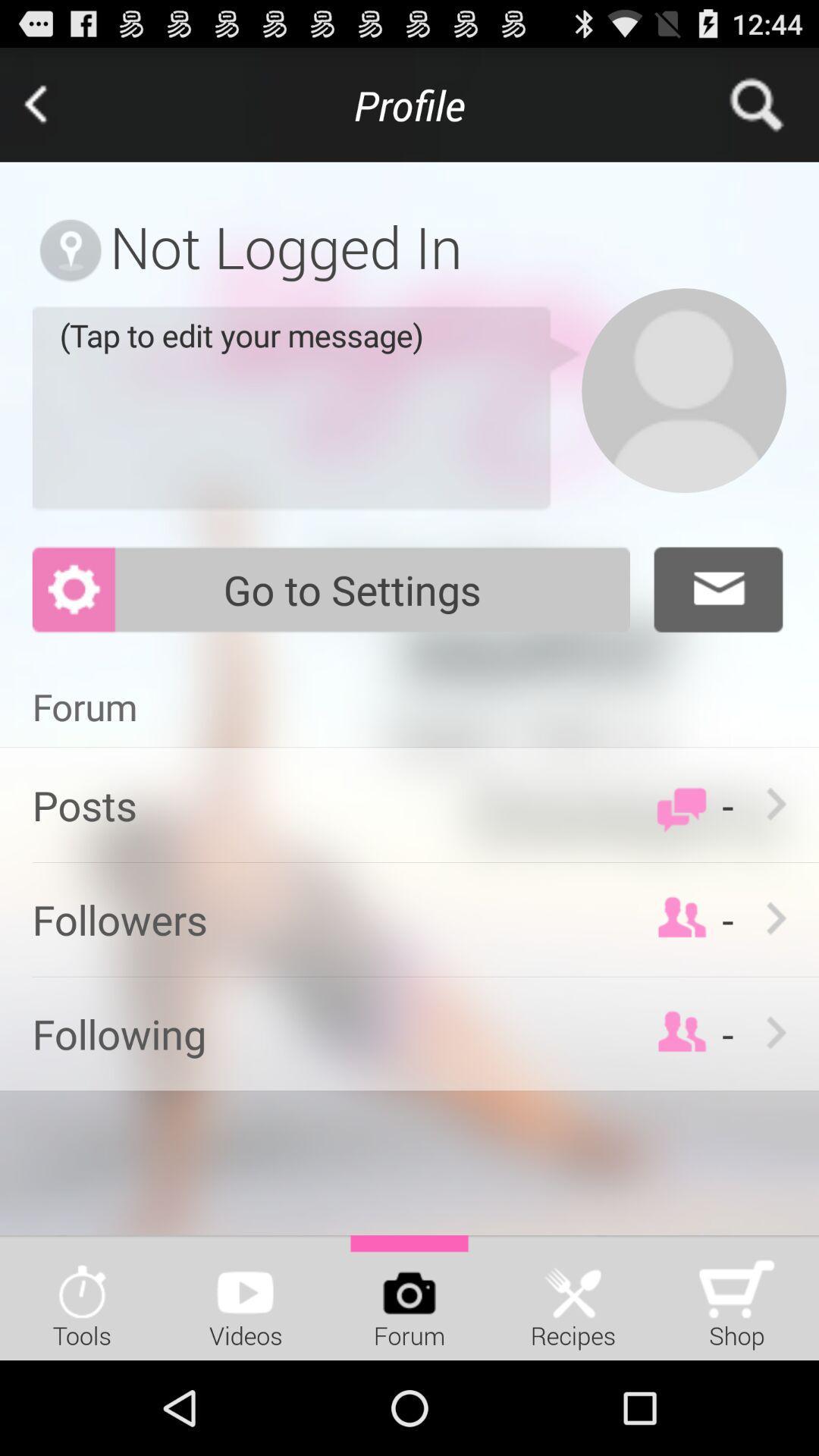 This screenshot has height=1456, width=819. What do you see at coordinates (56, 111) in the screenshot?
I see `the arrow_backward icon` at bounding box center [56, 111].